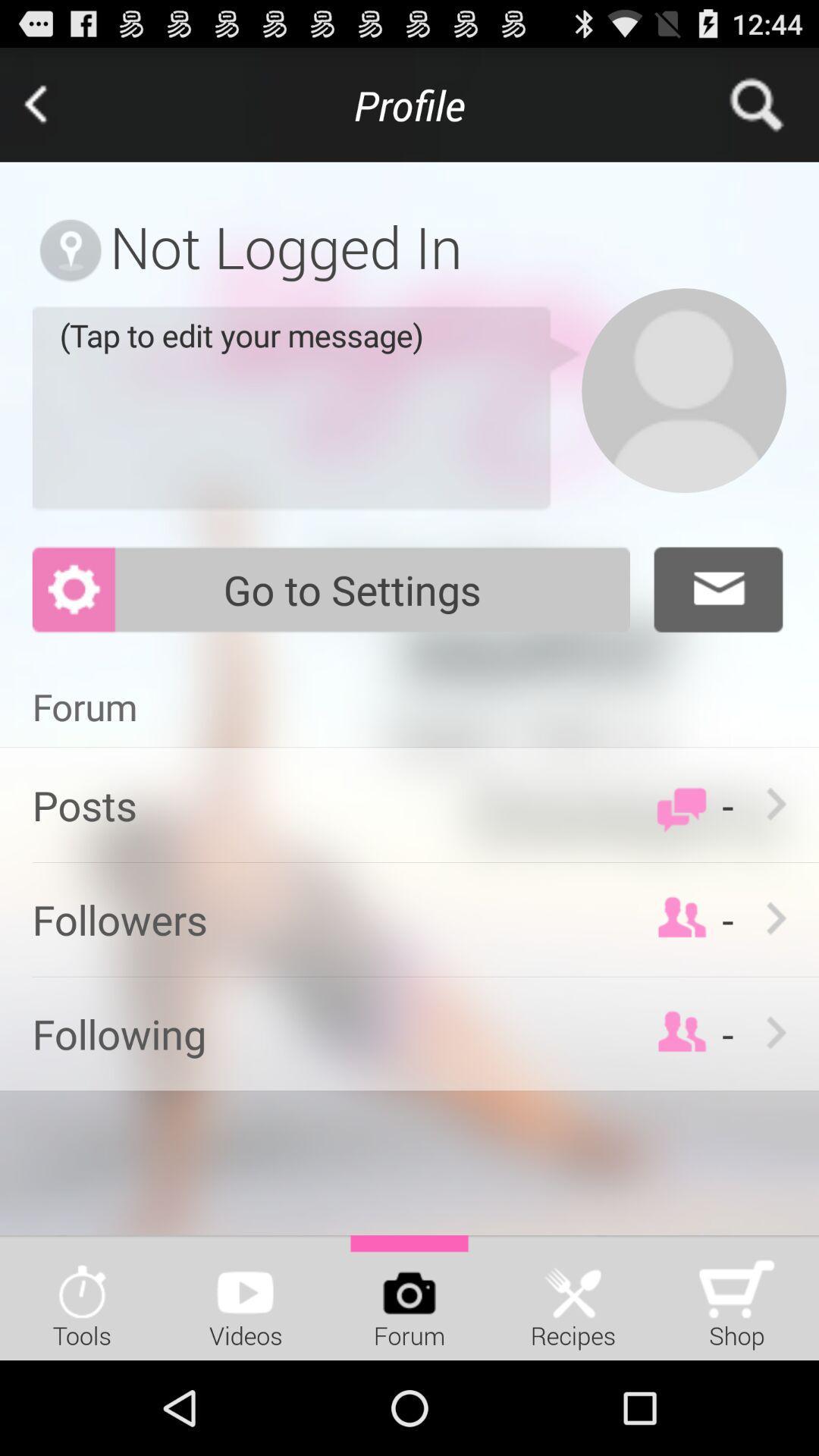 This screenshot has height=1456, width=819. What do you see at coordinates (56, 111) in the screenshot?
I see `the arrow_backward icon` at bounding box center [56, 111].